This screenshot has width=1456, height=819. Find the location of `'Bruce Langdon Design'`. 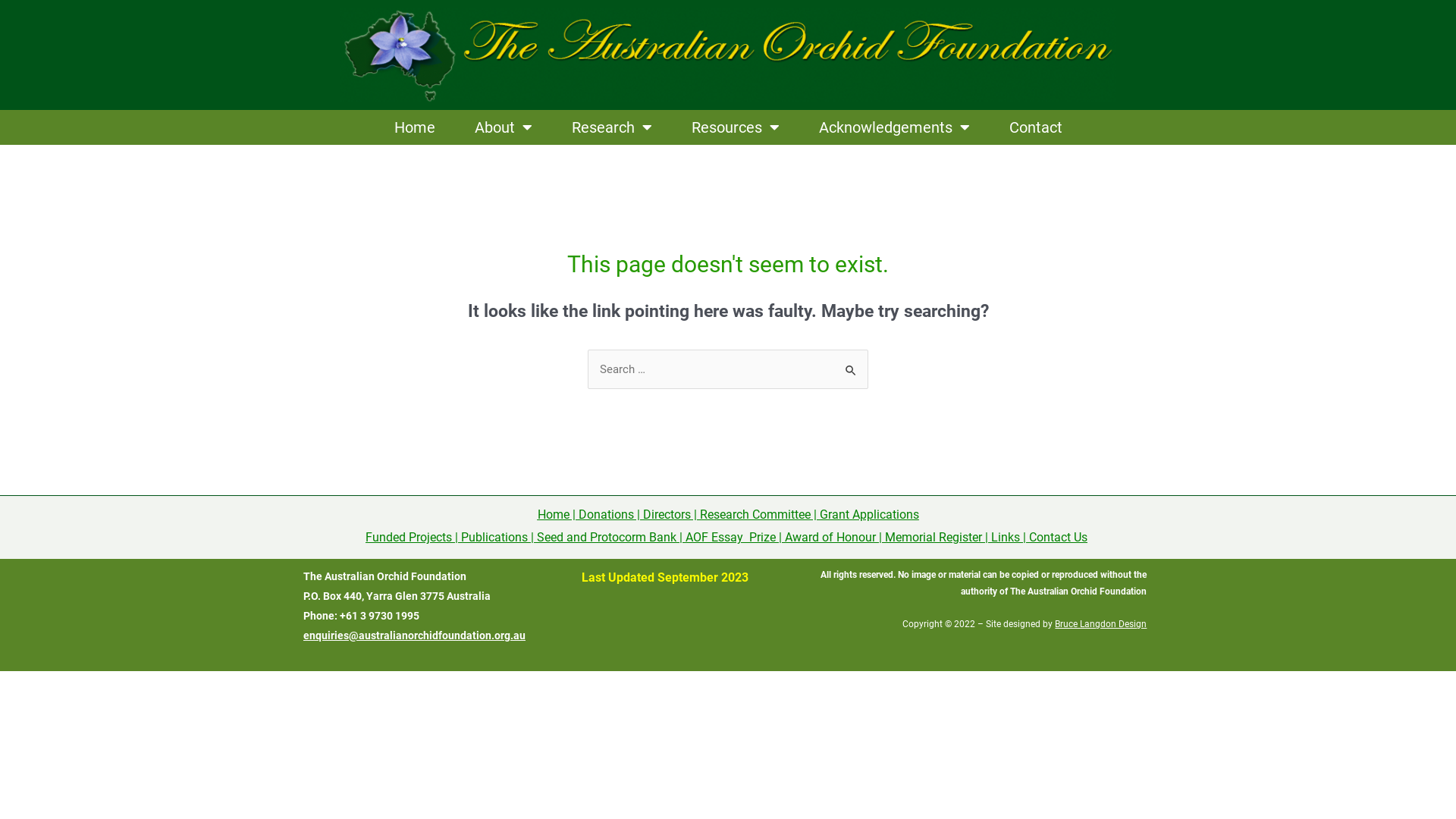

'Bruce Langdon Design' is located at coordinates (1100, 623).